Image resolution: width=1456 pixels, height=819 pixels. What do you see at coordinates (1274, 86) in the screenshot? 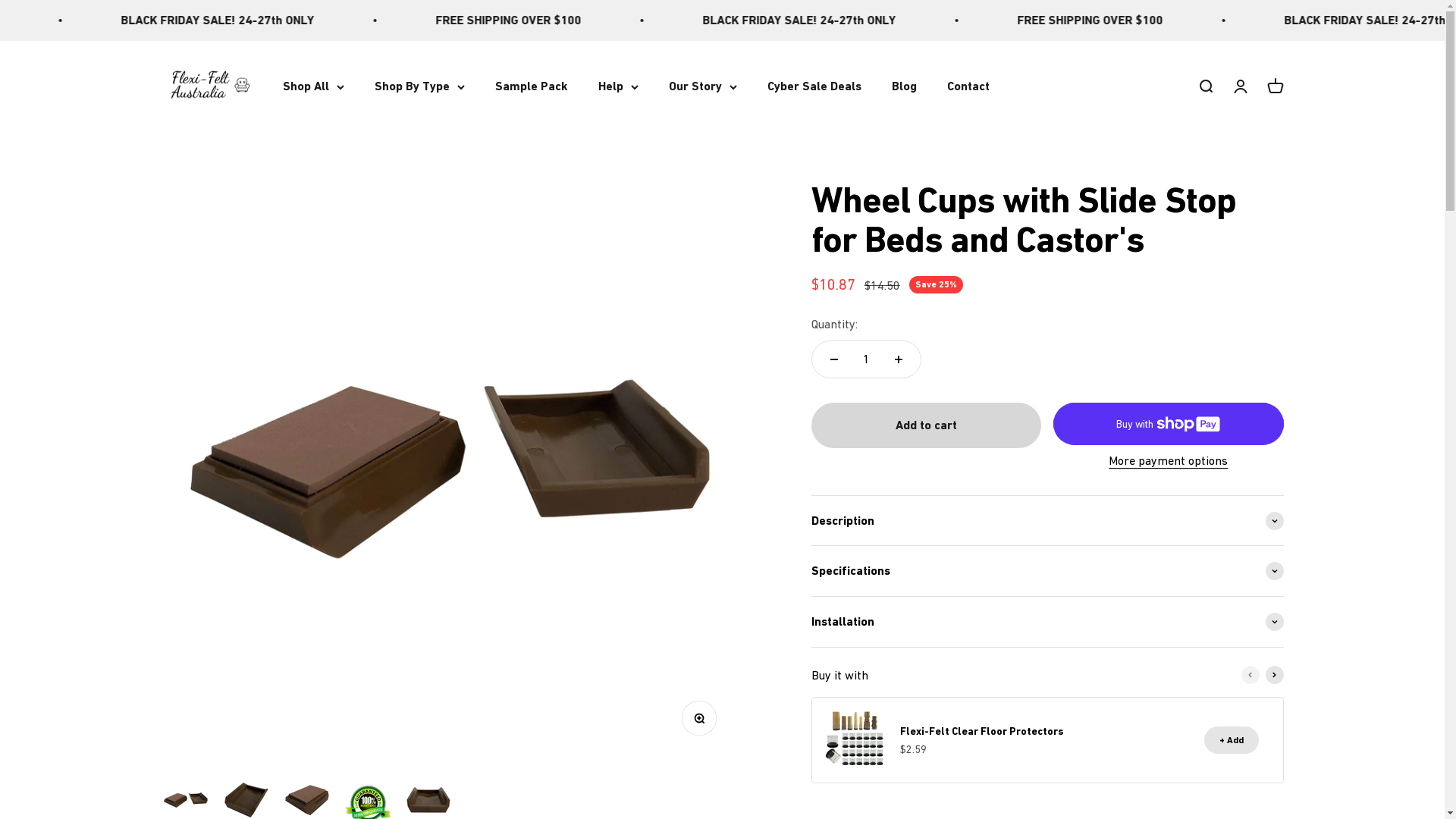
I see `'Open cart` at bounding box center [1274, 86].